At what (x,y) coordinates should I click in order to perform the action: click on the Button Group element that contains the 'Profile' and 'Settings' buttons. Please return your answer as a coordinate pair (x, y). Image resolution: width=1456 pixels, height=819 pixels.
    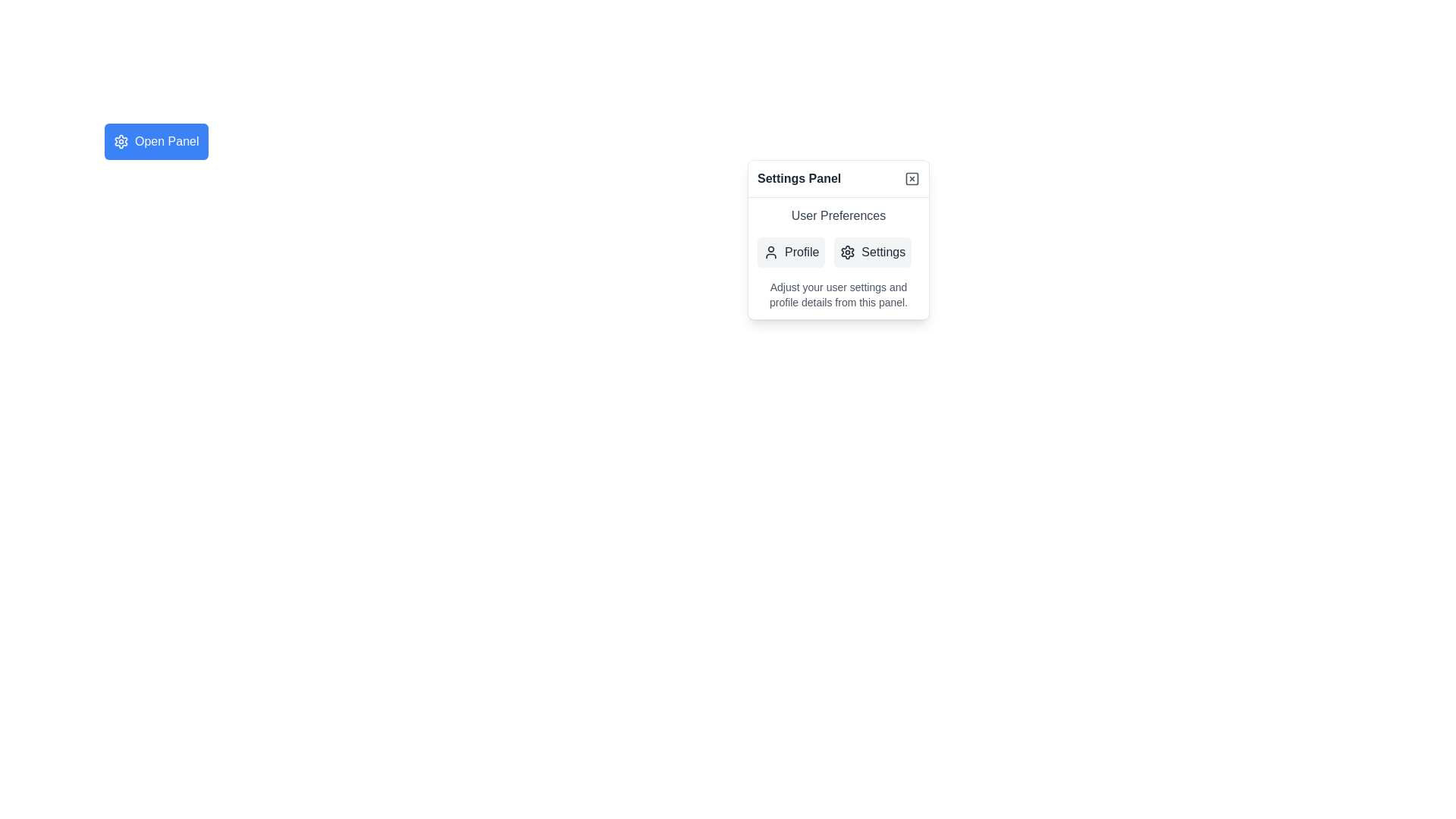
    Looking at the image, I should click on (837, 251).